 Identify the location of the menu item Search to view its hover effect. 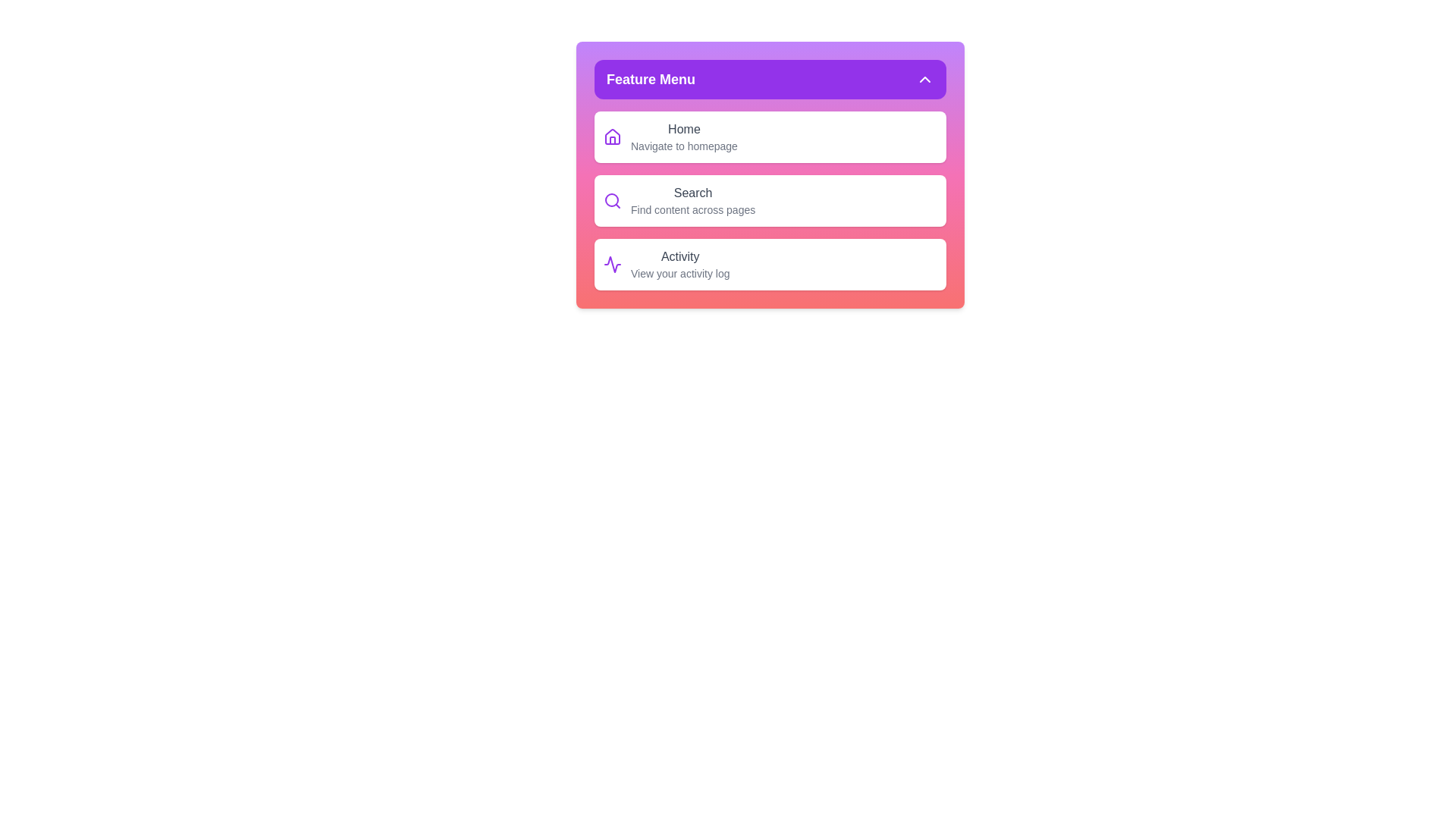
(770, 200).